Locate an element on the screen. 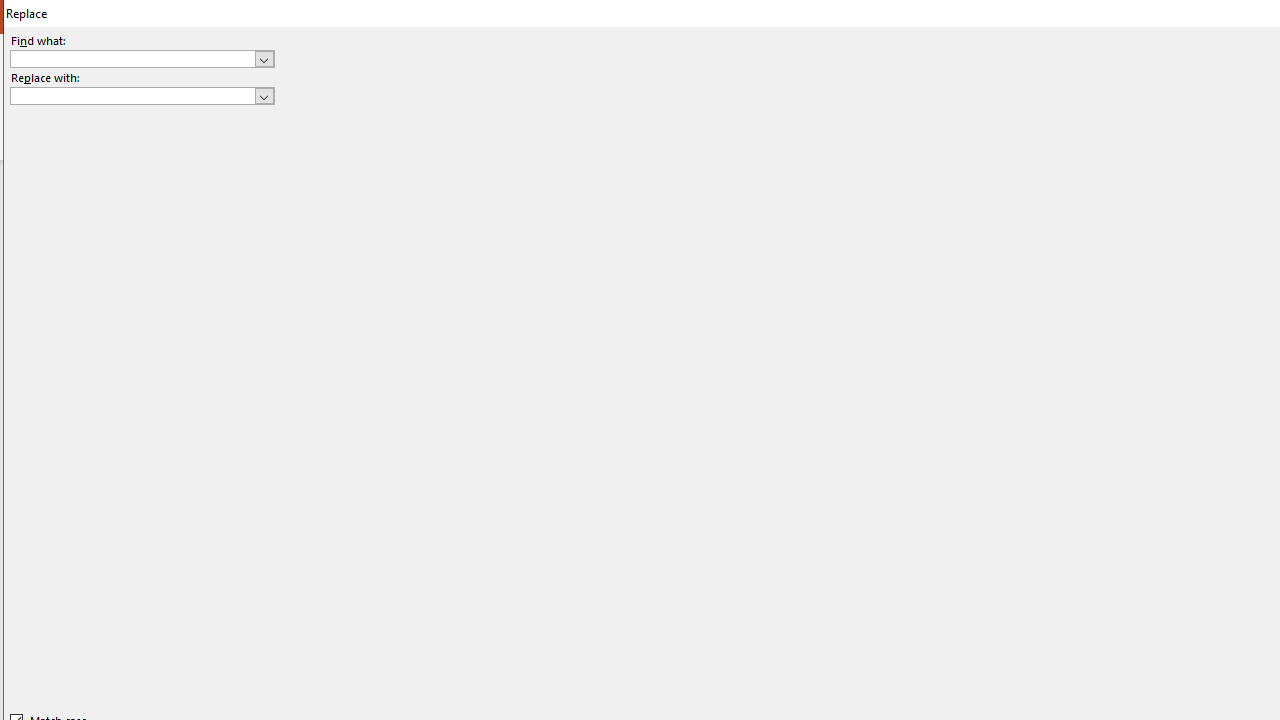  'Replace with' is located at coordinates (141, 96).